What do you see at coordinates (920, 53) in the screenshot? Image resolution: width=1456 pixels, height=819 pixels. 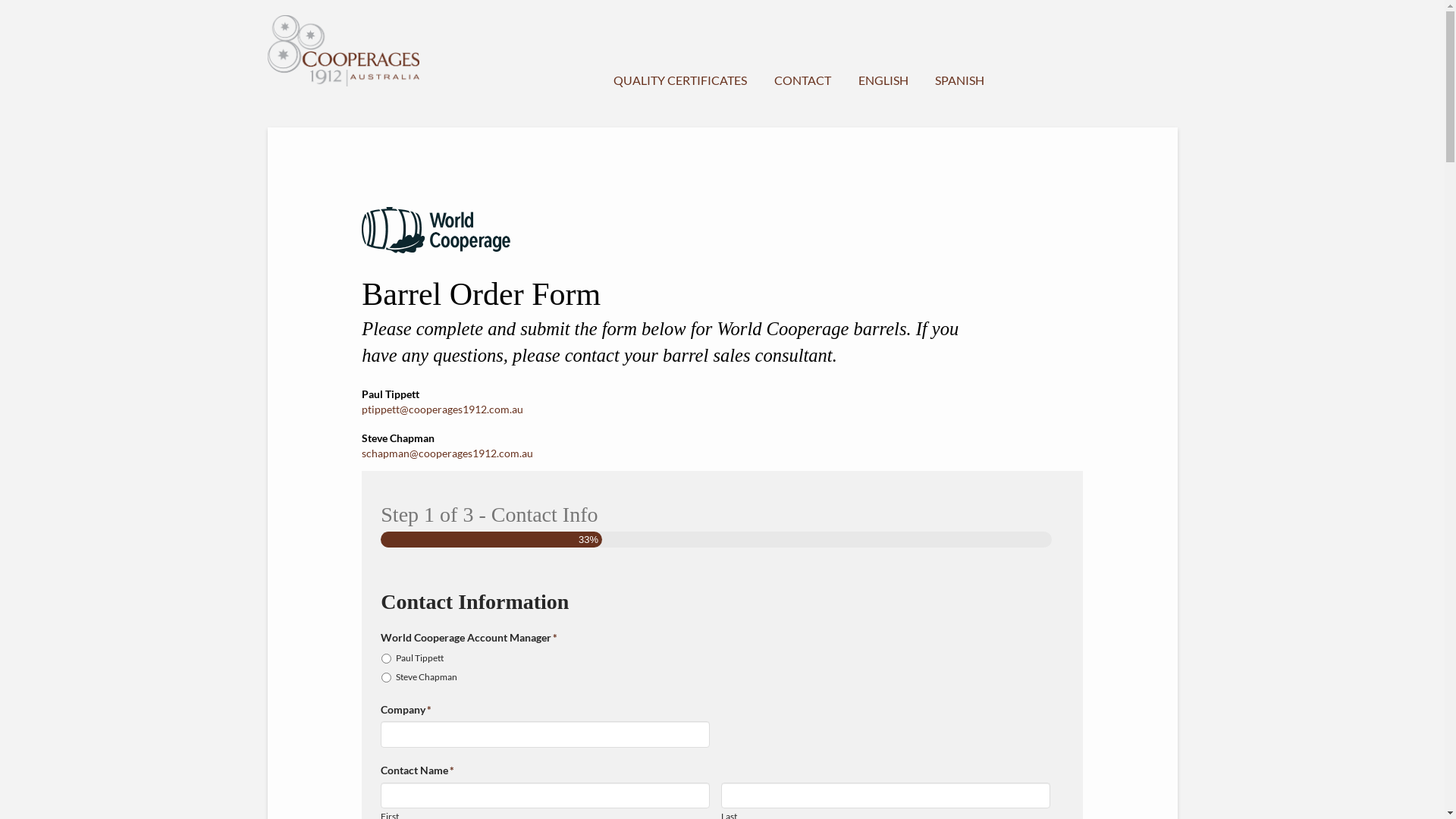 I see `'SPANISH'` at bounding box center [920, 53].